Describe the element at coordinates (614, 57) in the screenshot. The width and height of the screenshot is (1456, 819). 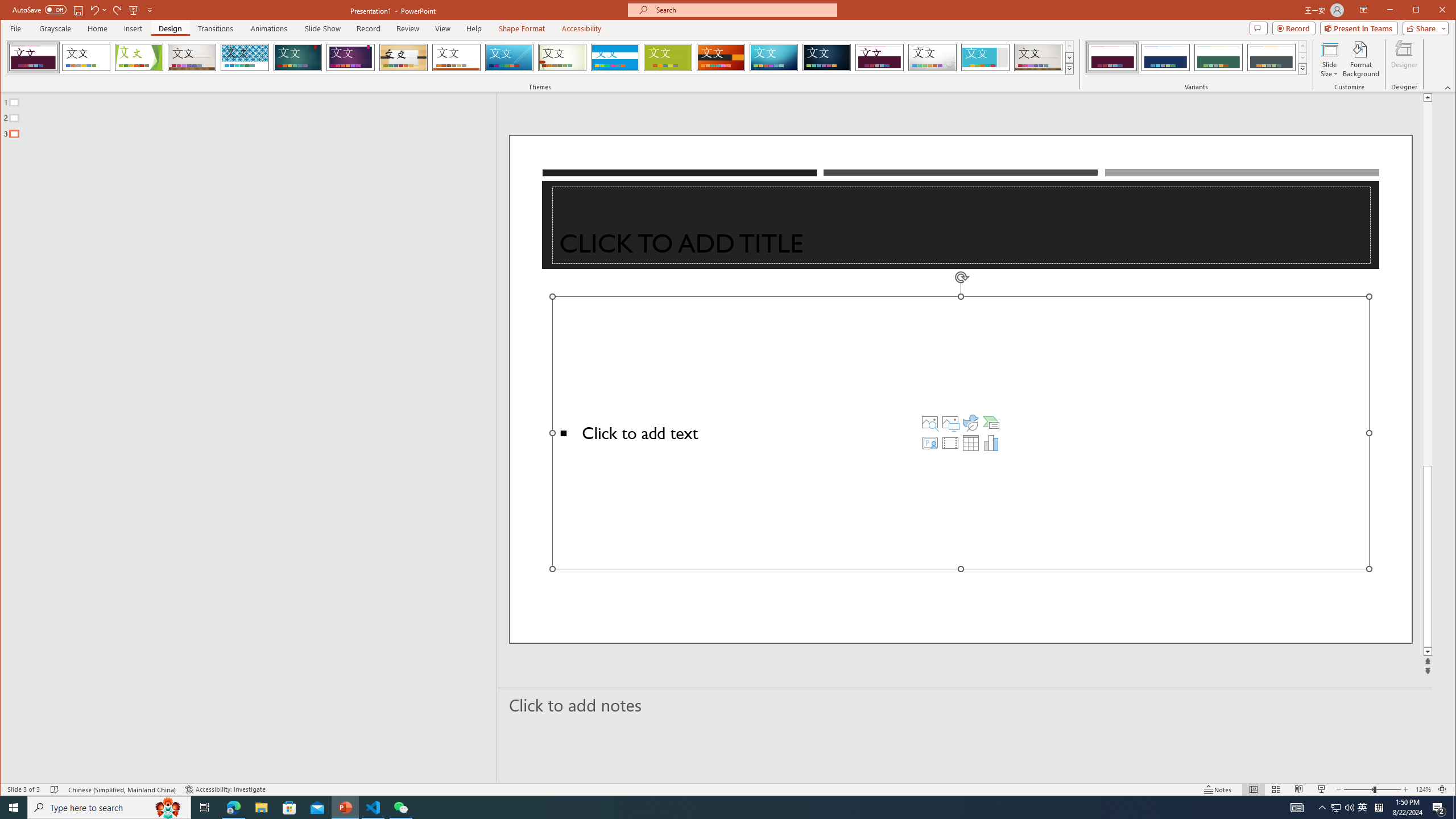
I see `'Banded'` at that location.